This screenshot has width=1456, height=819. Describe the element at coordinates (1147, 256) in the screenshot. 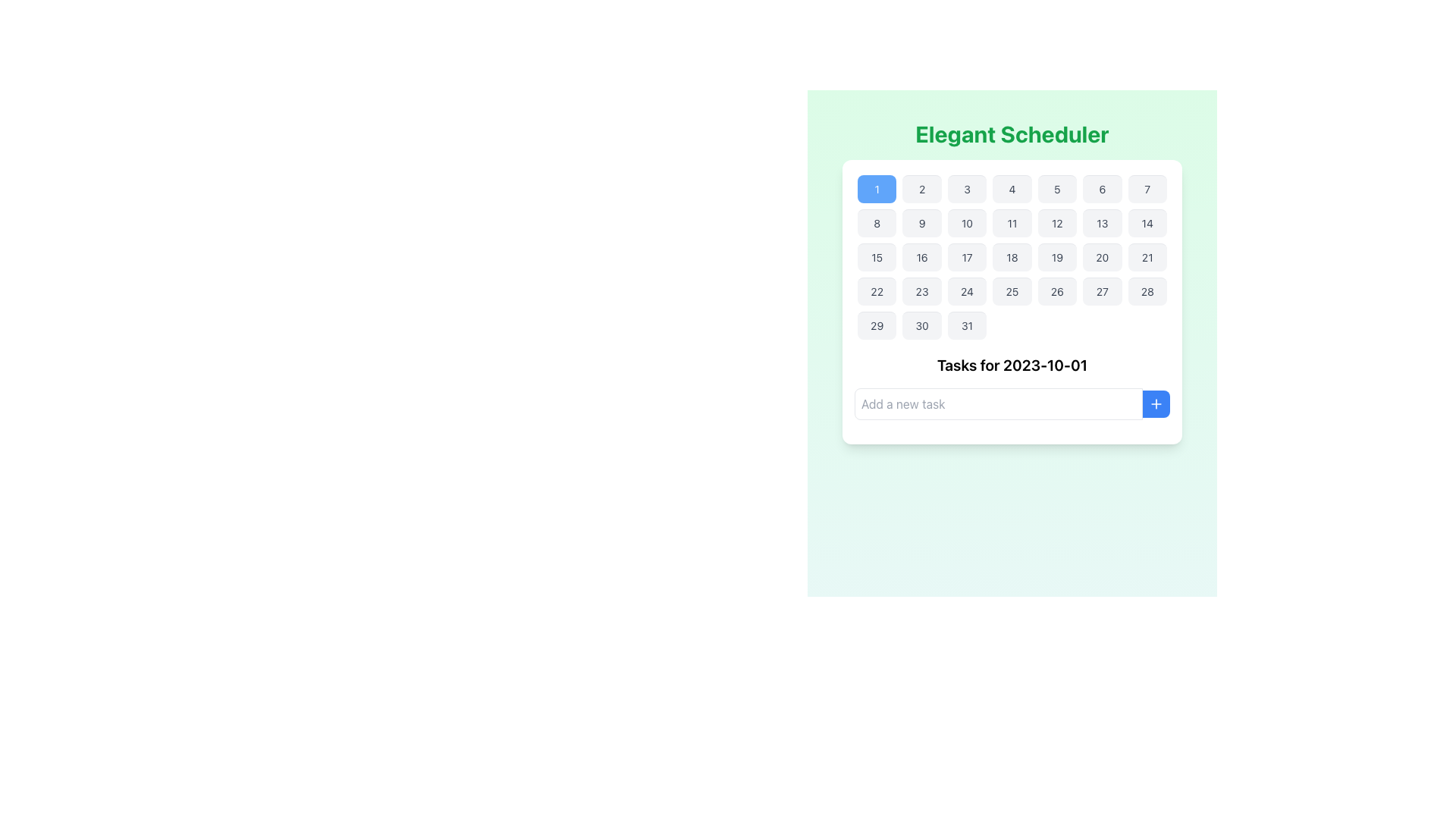

I see `the button representing the 21st day of the month` at that location.